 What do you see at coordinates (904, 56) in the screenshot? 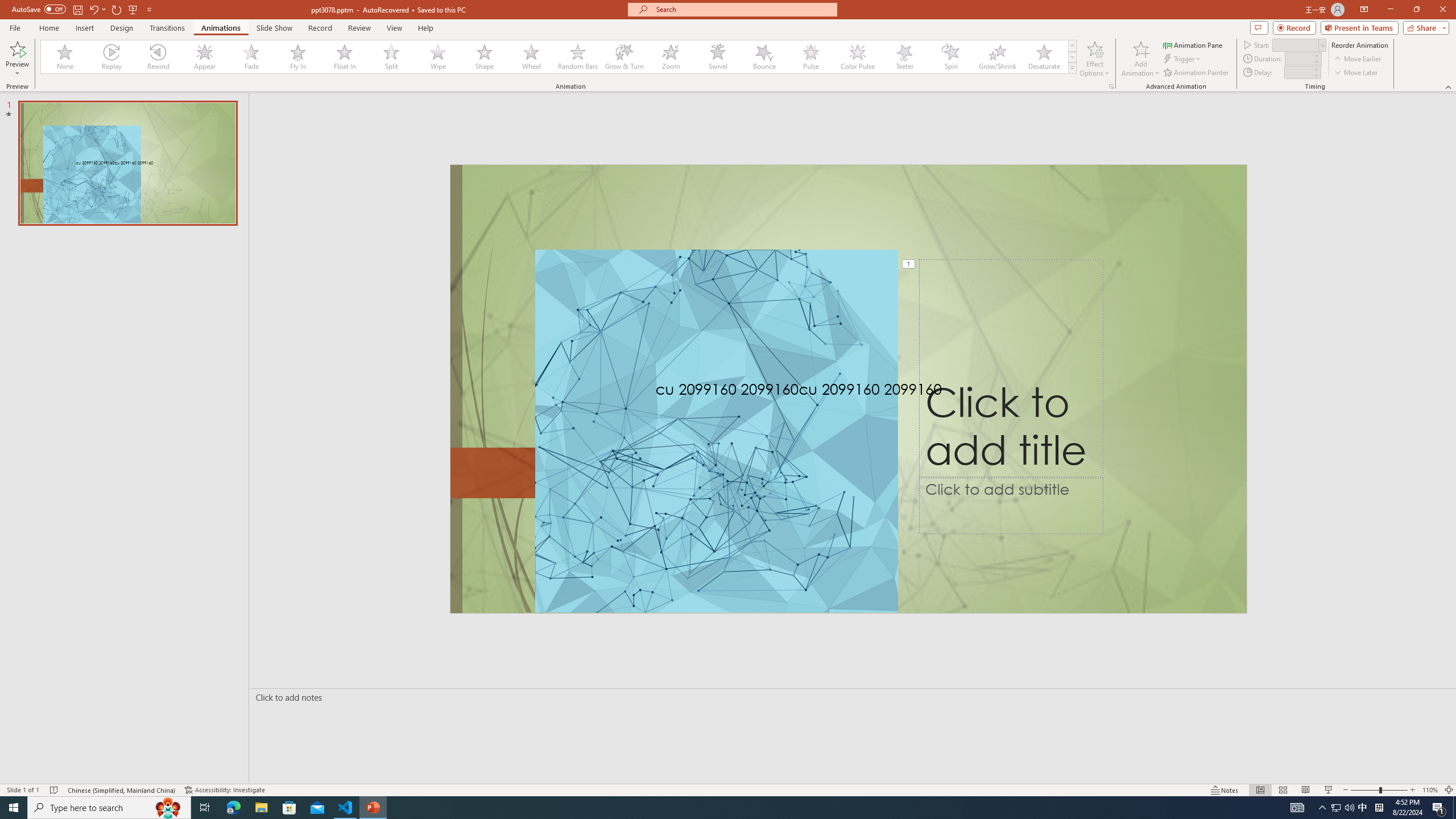
I see `'Teeter'` at bounding box center [904, 56].